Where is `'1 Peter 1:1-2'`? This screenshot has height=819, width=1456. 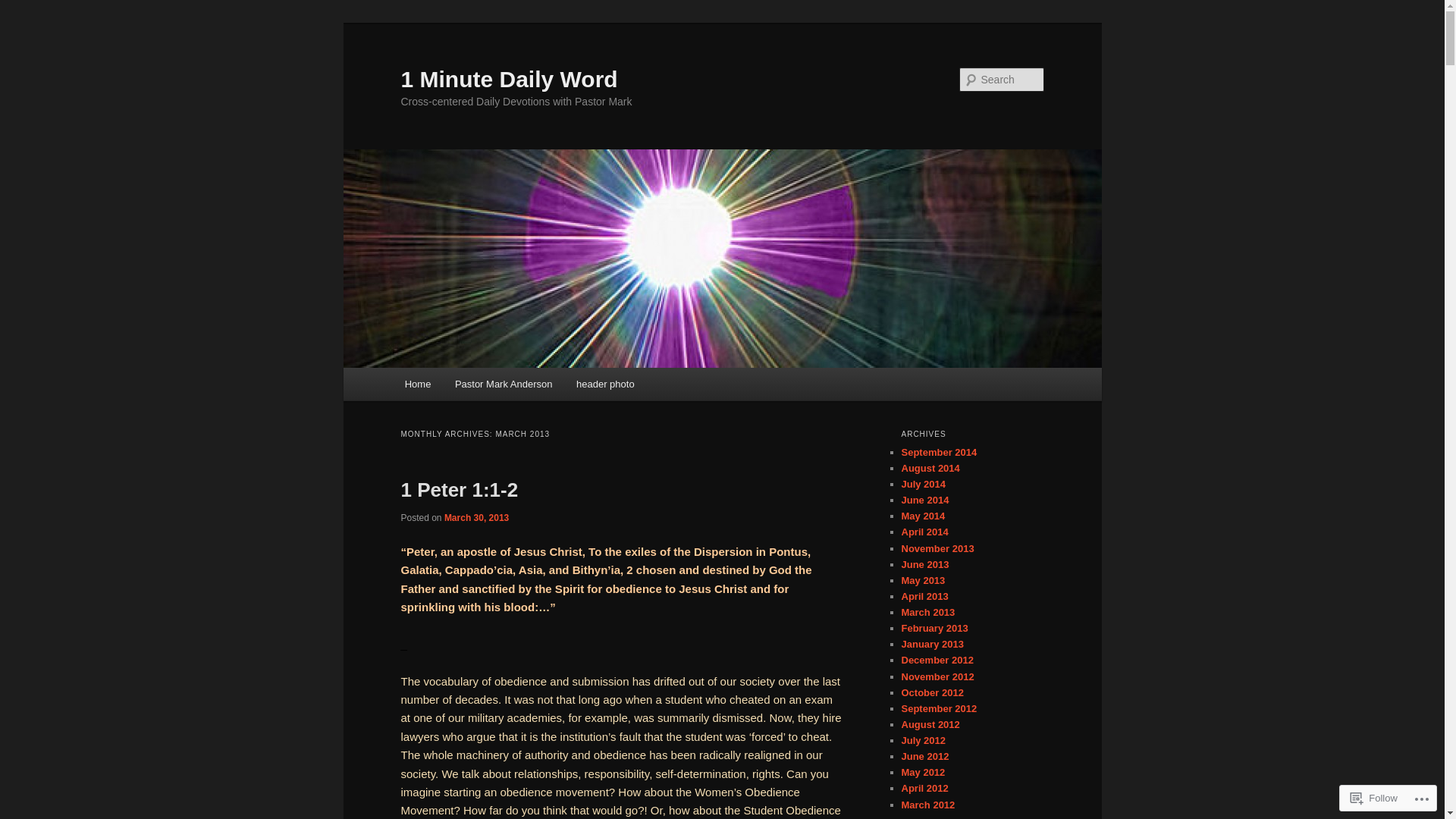 '1 Peter 1:1-2' is located at coordinates (458, 489).